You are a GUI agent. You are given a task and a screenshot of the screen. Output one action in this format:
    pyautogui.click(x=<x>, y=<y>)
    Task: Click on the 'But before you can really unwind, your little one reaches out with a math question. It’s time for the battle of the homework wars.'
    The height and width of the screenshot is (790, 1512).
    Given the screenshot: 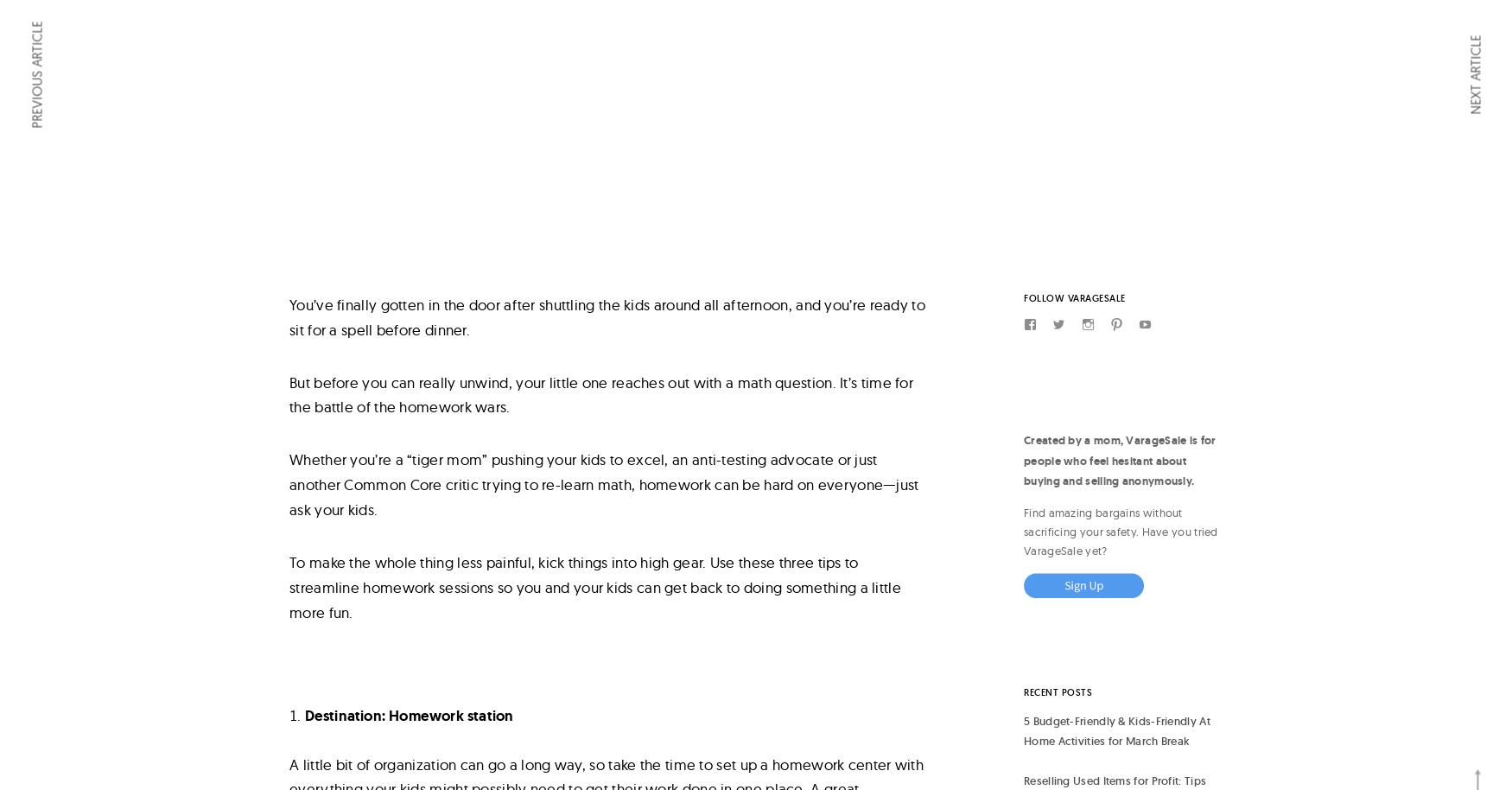 What is the action you would take?
    pyautogui.click(x=289, y=392)
    